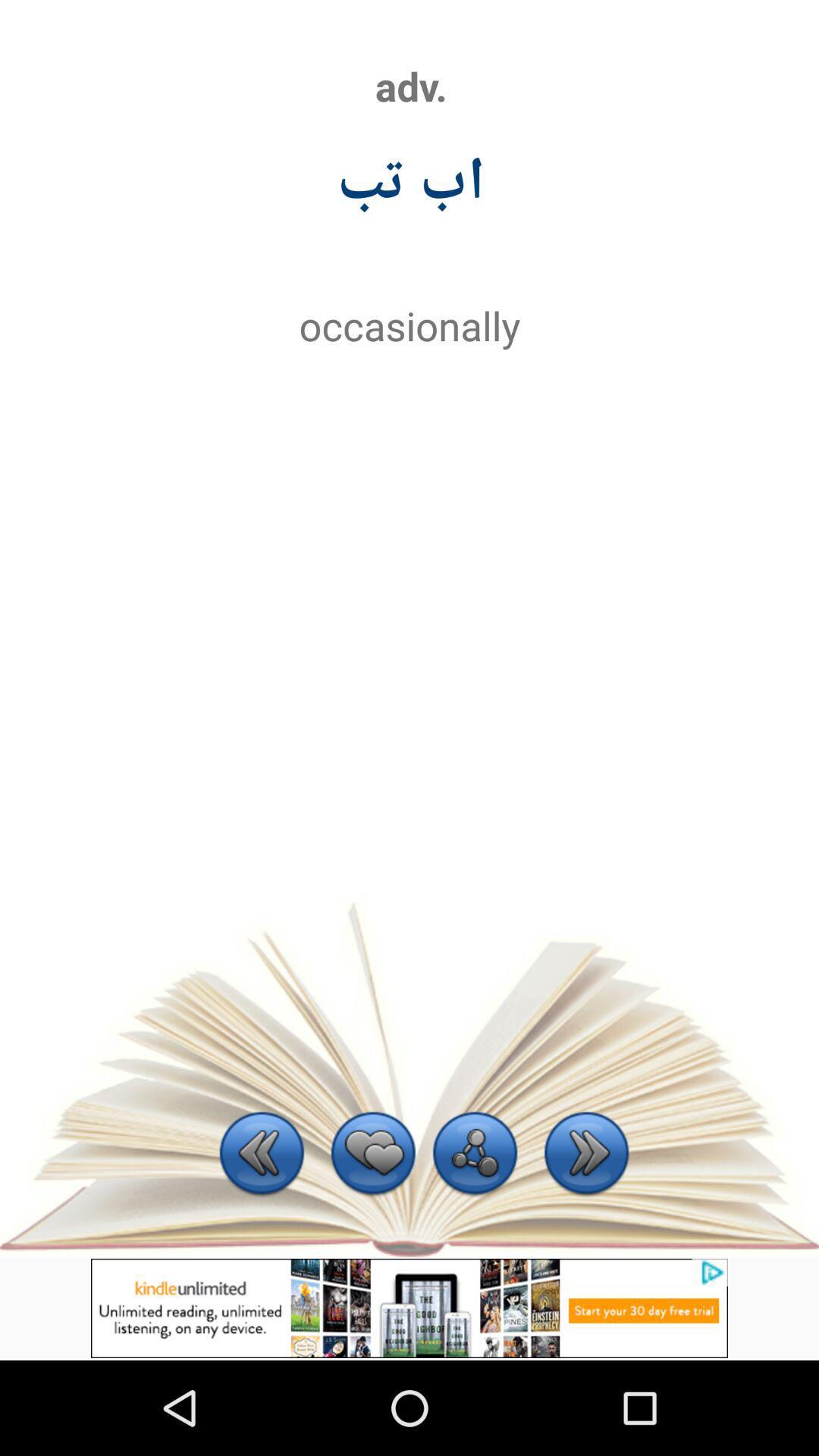  I want to click on favorites, so click(373, 1154).